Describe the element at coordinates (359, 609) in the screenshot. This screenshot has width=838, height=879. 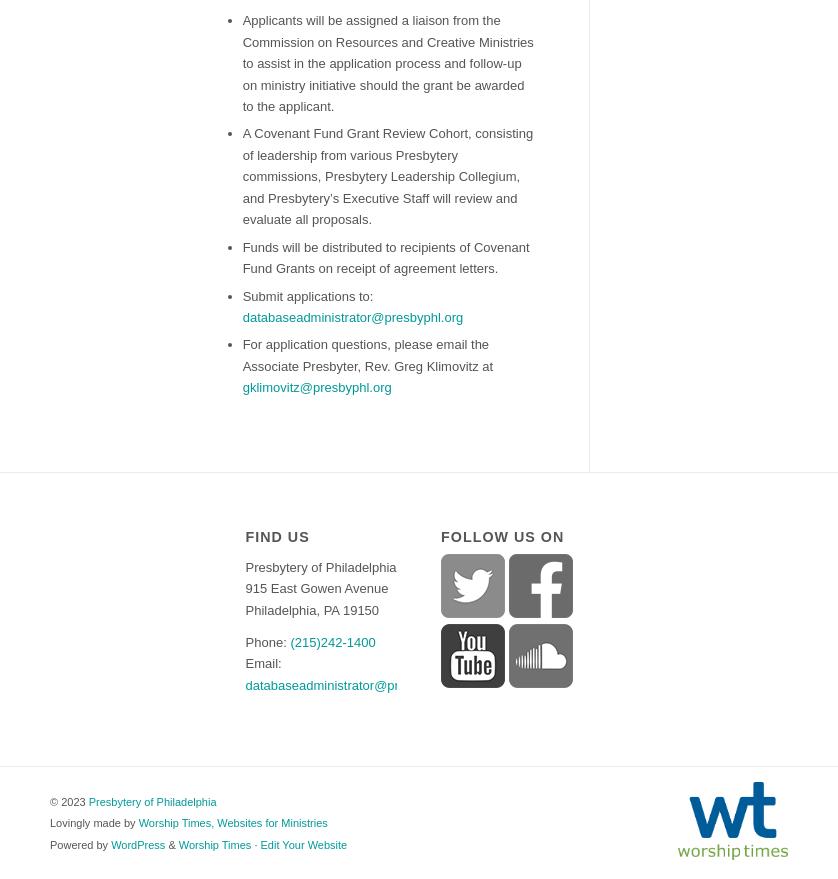
I see `'19150'` at that location.